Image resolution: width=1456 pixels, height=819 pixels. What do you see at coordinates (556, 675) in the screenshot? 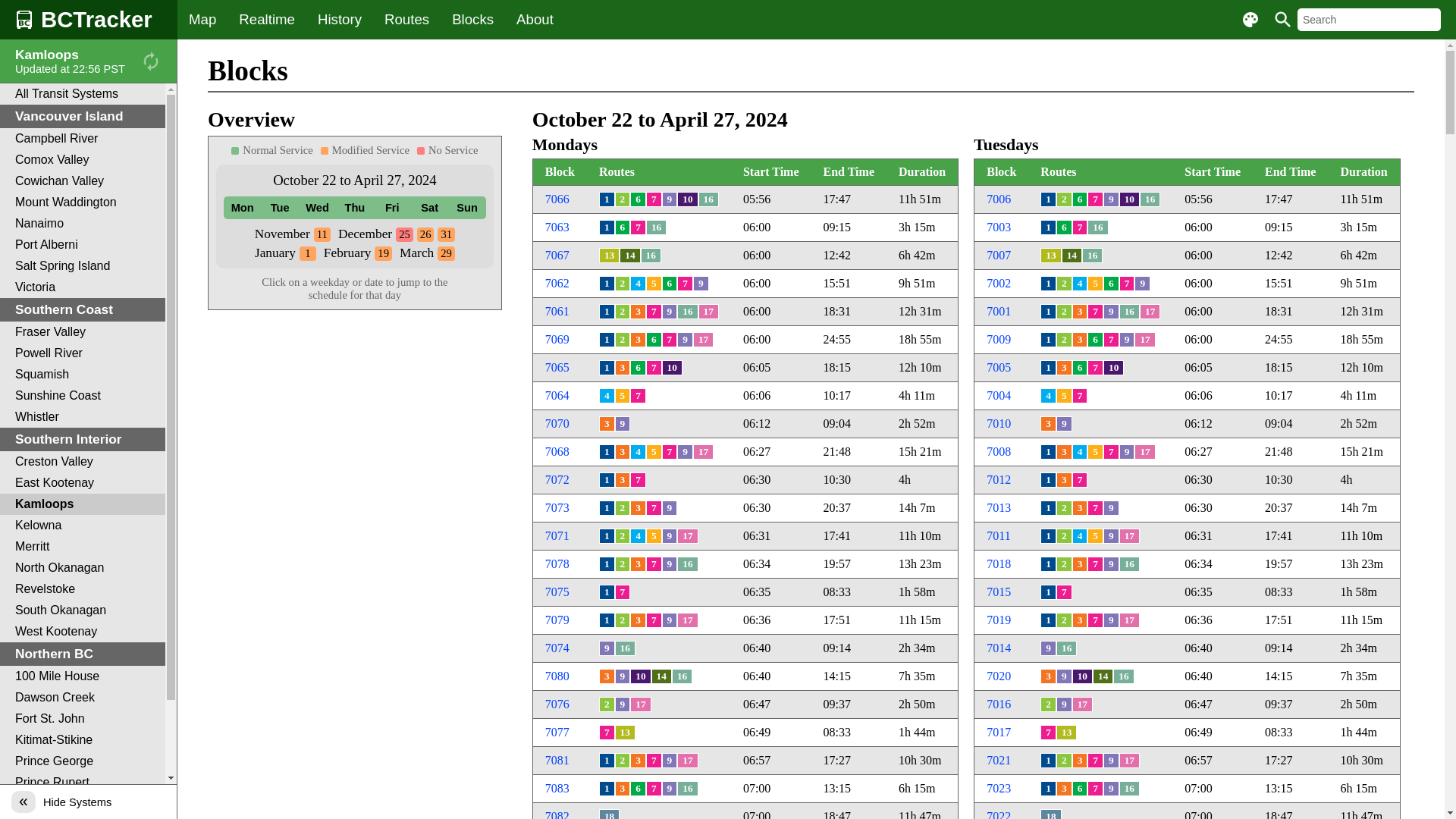
I see `'7080'` at bounding box center [556, 675].